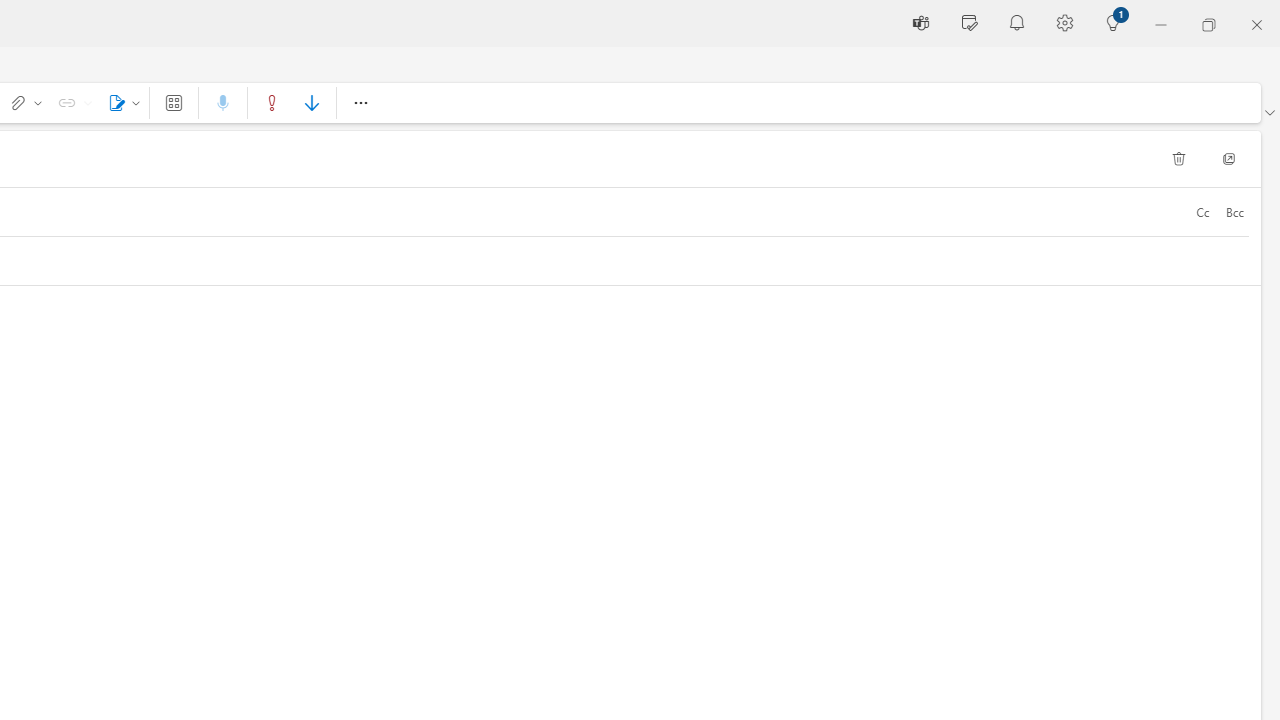 This screenshot has height=720, width=1280. What do you see at coordinates (174, 102) in the screenshot?
I see `'Apps'` at bounding box center [174, 102].